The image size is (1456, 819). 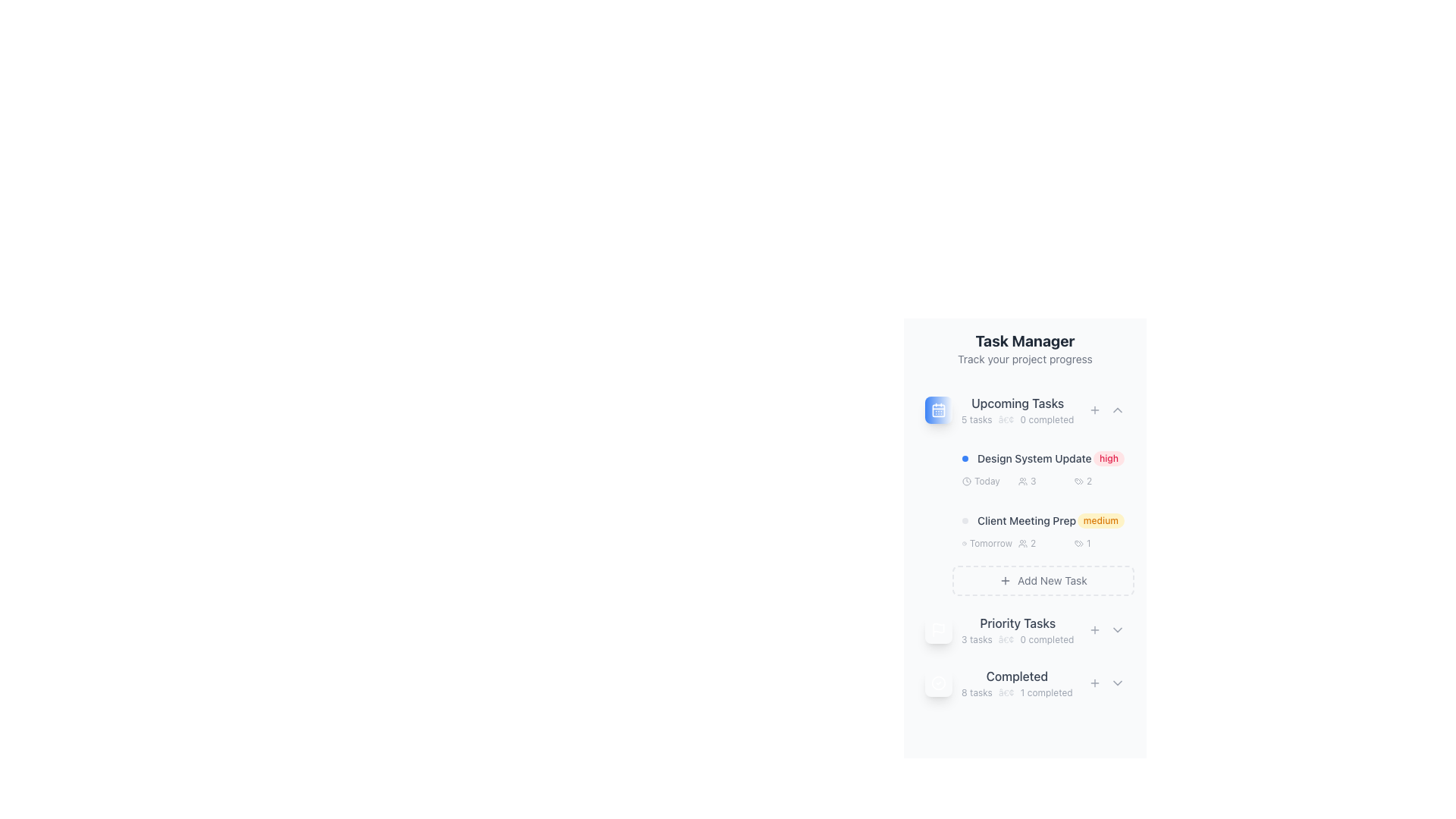 I want to click on the text label displaying 'Design System Update' located in the 'Upcoming Tasks' section of the task manager interface, so click(x=1034, y=458).